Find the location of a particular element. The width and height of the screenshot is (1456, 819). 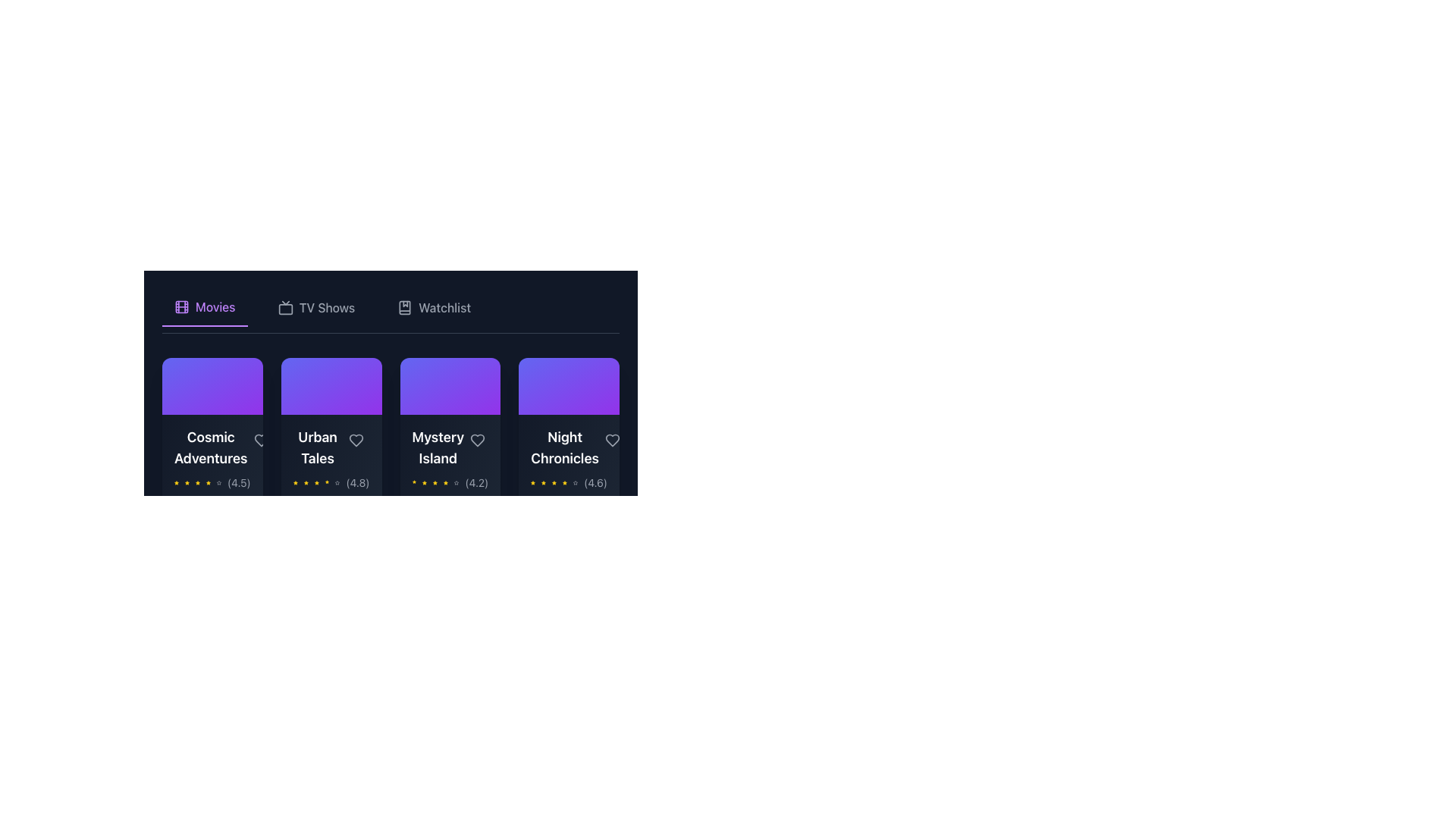

the third star icon in the rating system under the title 'Cosmic Adventures' is located at coordinates (196, 482).